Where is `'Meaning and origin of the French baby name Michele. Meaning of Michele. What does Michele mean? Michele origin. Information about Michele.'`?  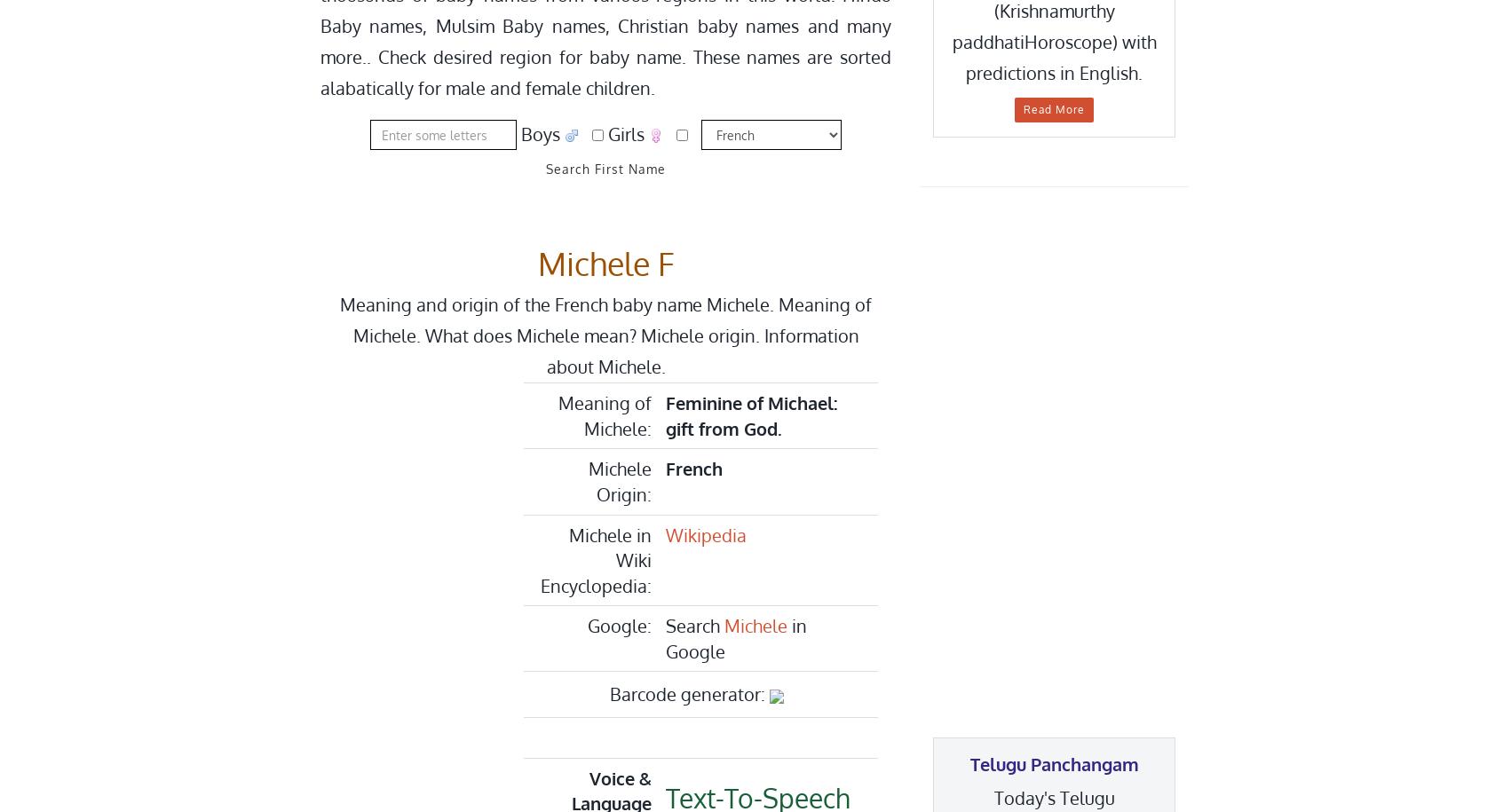 'Meaning and origin of the French baby name Michele. Meaning of Michele. What does Michele mean? Michele origin. Information about Michele.' is located at coordinates (605, 334).